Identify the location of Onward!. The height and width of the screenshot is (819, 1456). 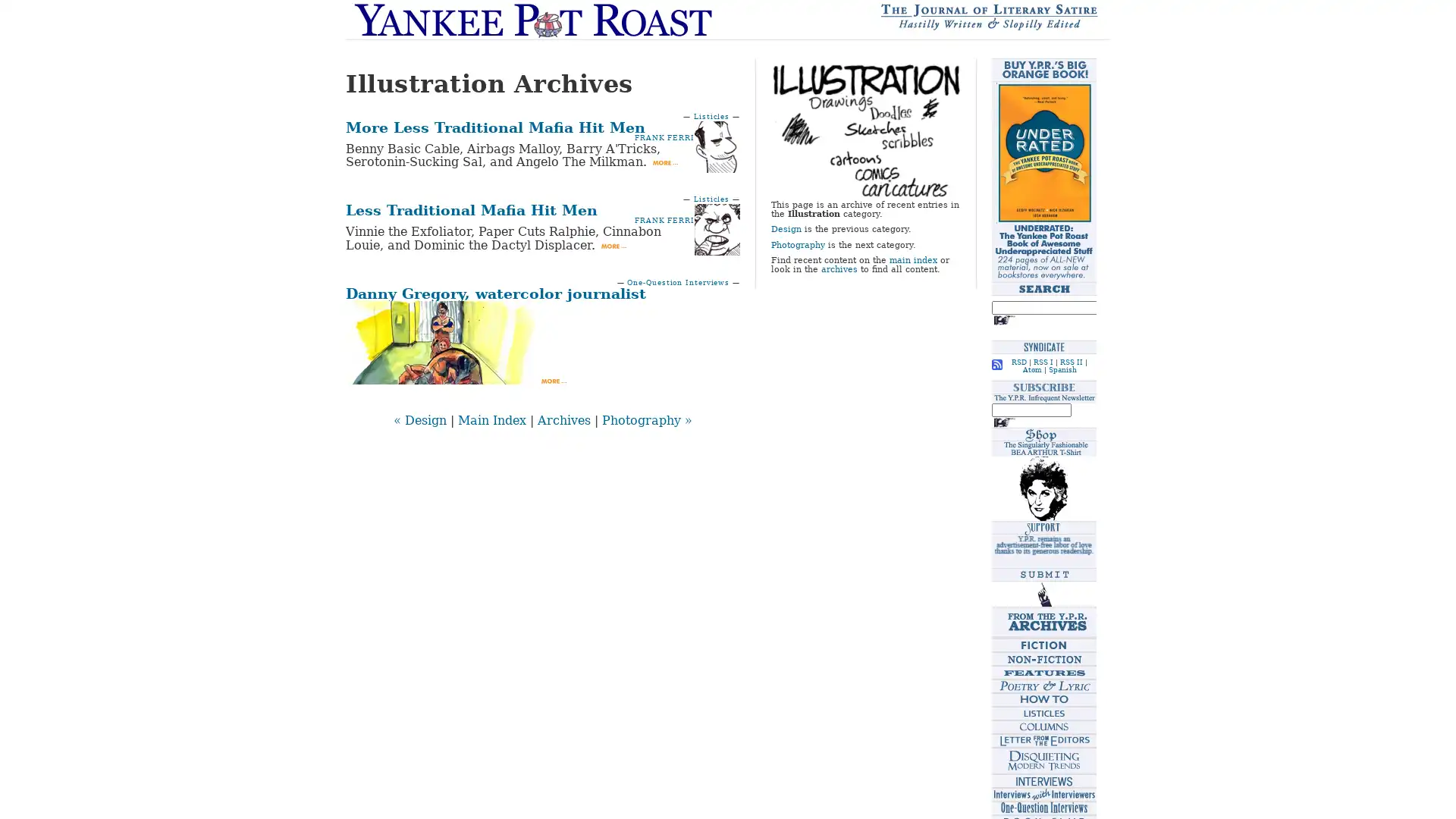
(1004, 422).